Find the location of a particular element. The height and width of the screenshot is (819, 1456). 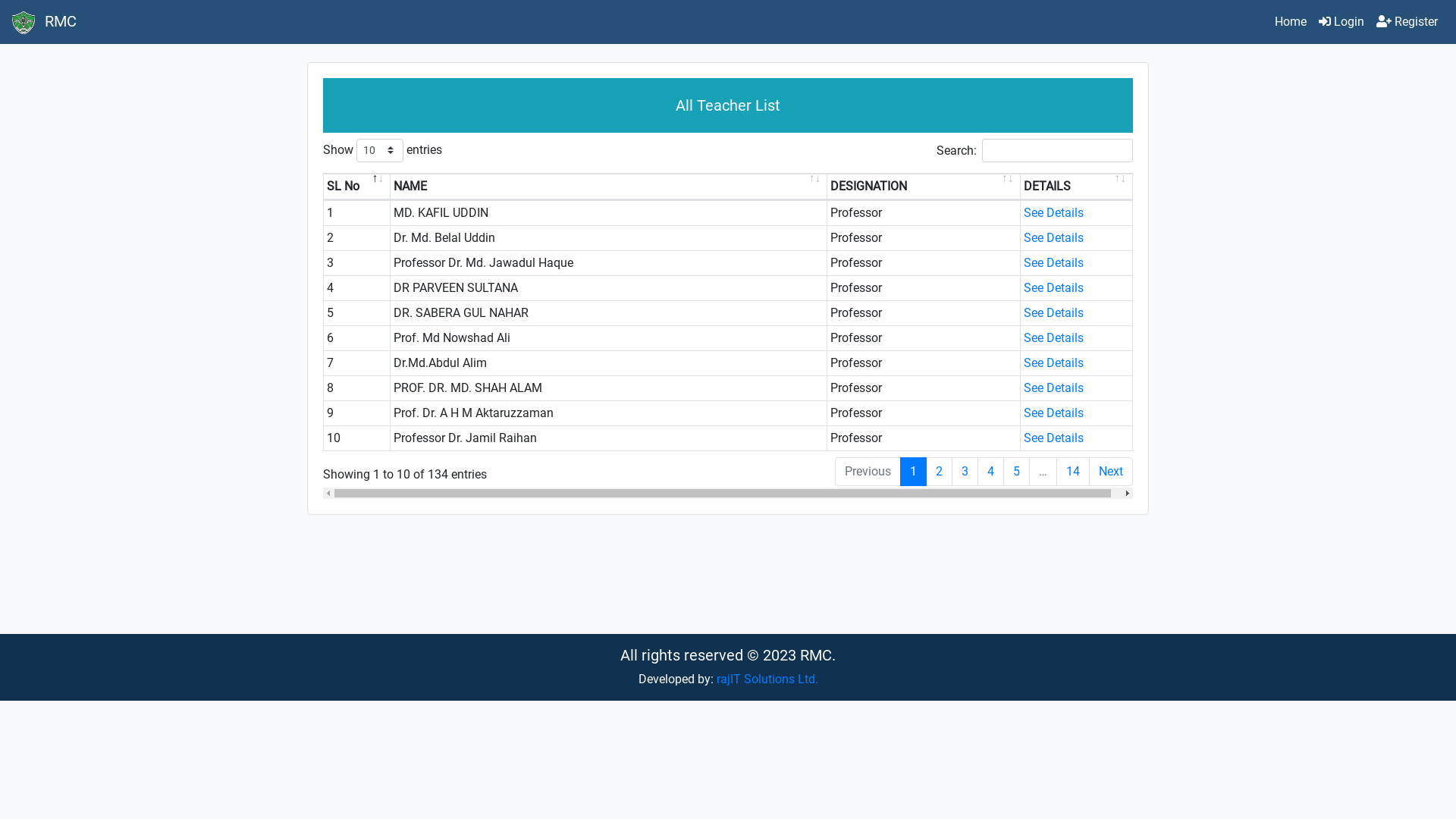

'RMC' is located at coordinates (44, 22).